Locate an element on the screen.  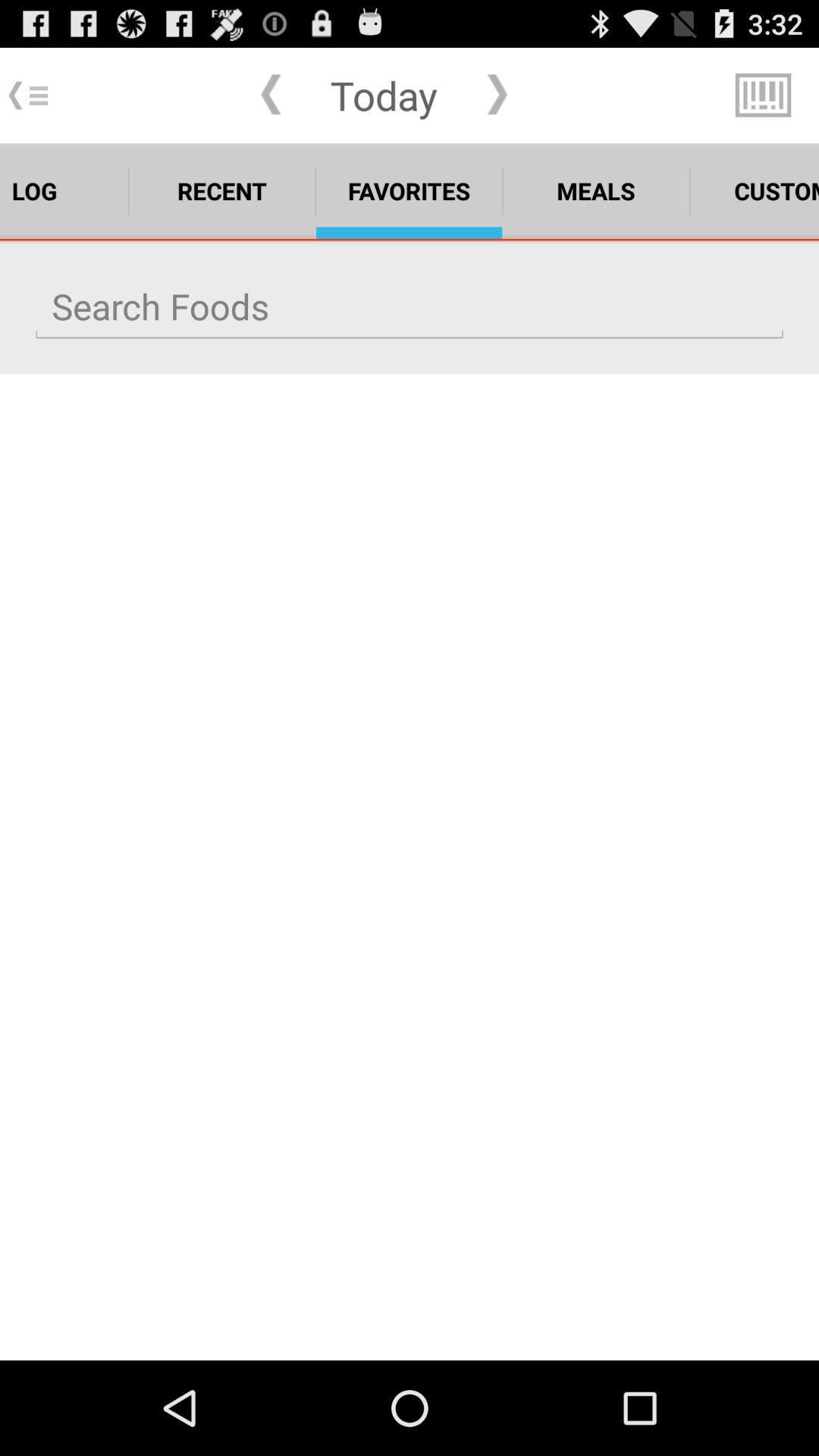
icon above custom item is located at coordinates (763, 94).